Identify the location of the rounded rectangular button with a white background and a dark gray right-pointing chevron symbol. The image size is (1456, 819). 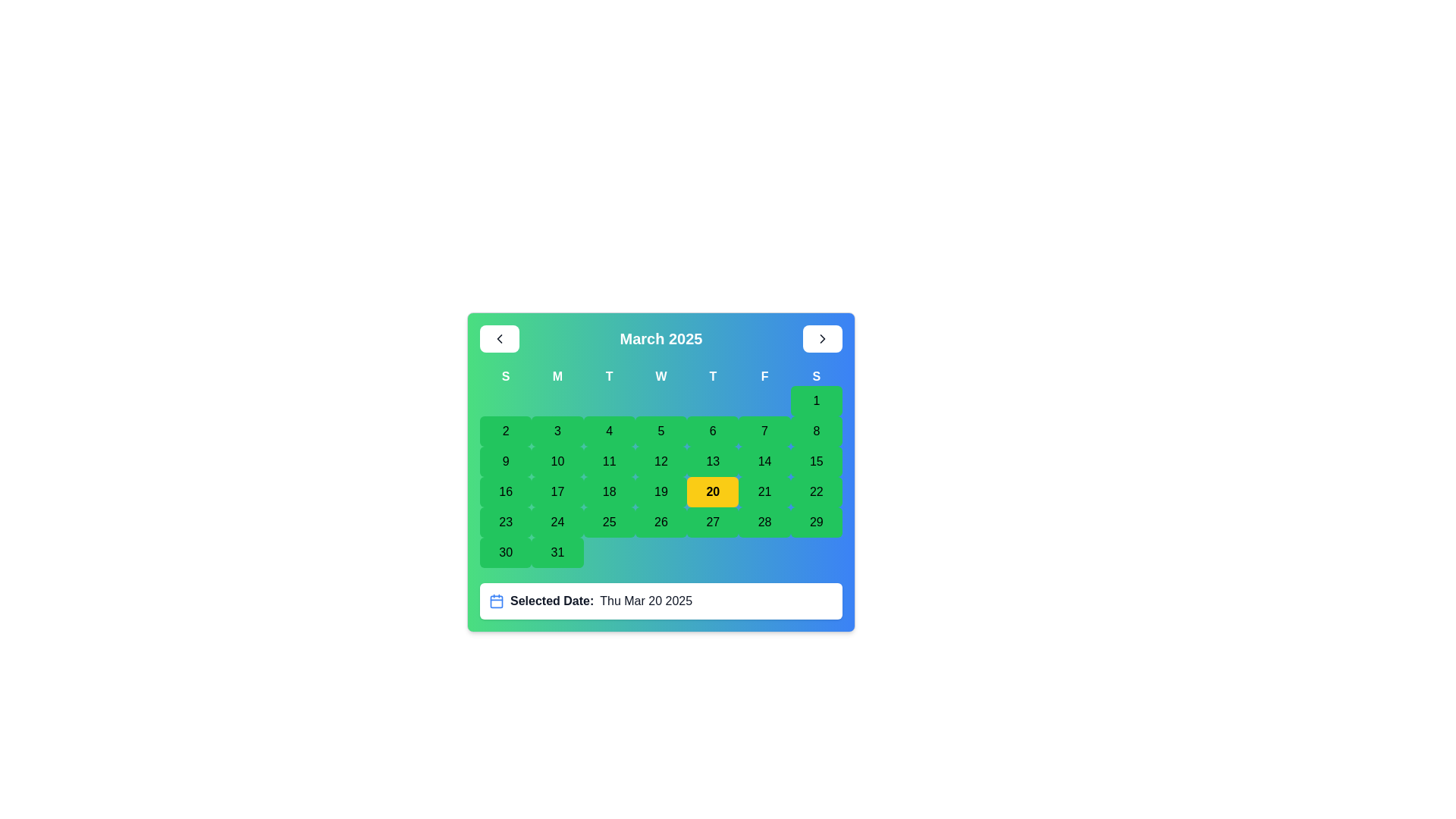
(821, 338).